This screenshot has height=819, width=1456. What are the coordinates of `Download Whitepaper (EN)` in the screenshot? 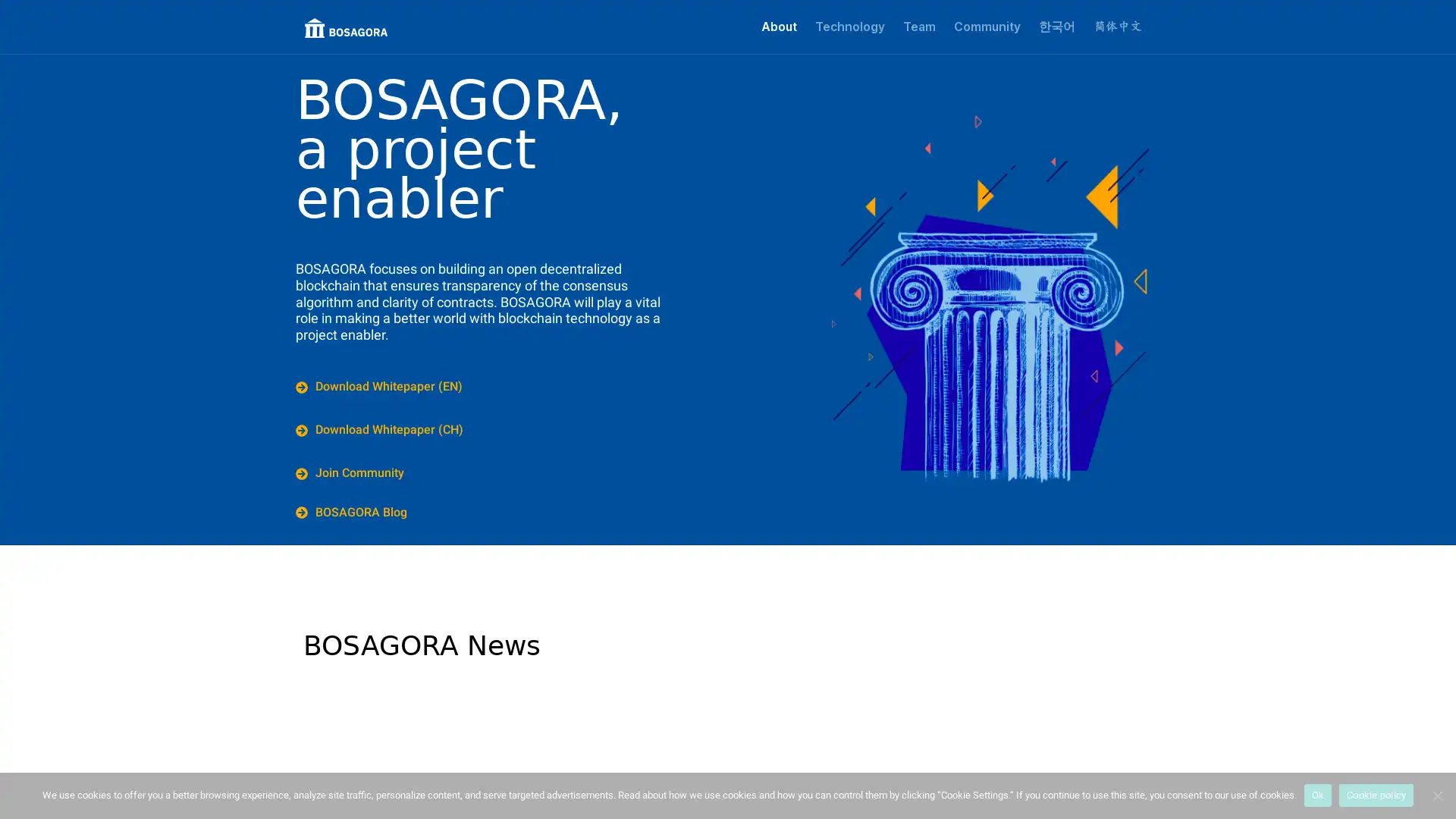 It's located at (381, 386).